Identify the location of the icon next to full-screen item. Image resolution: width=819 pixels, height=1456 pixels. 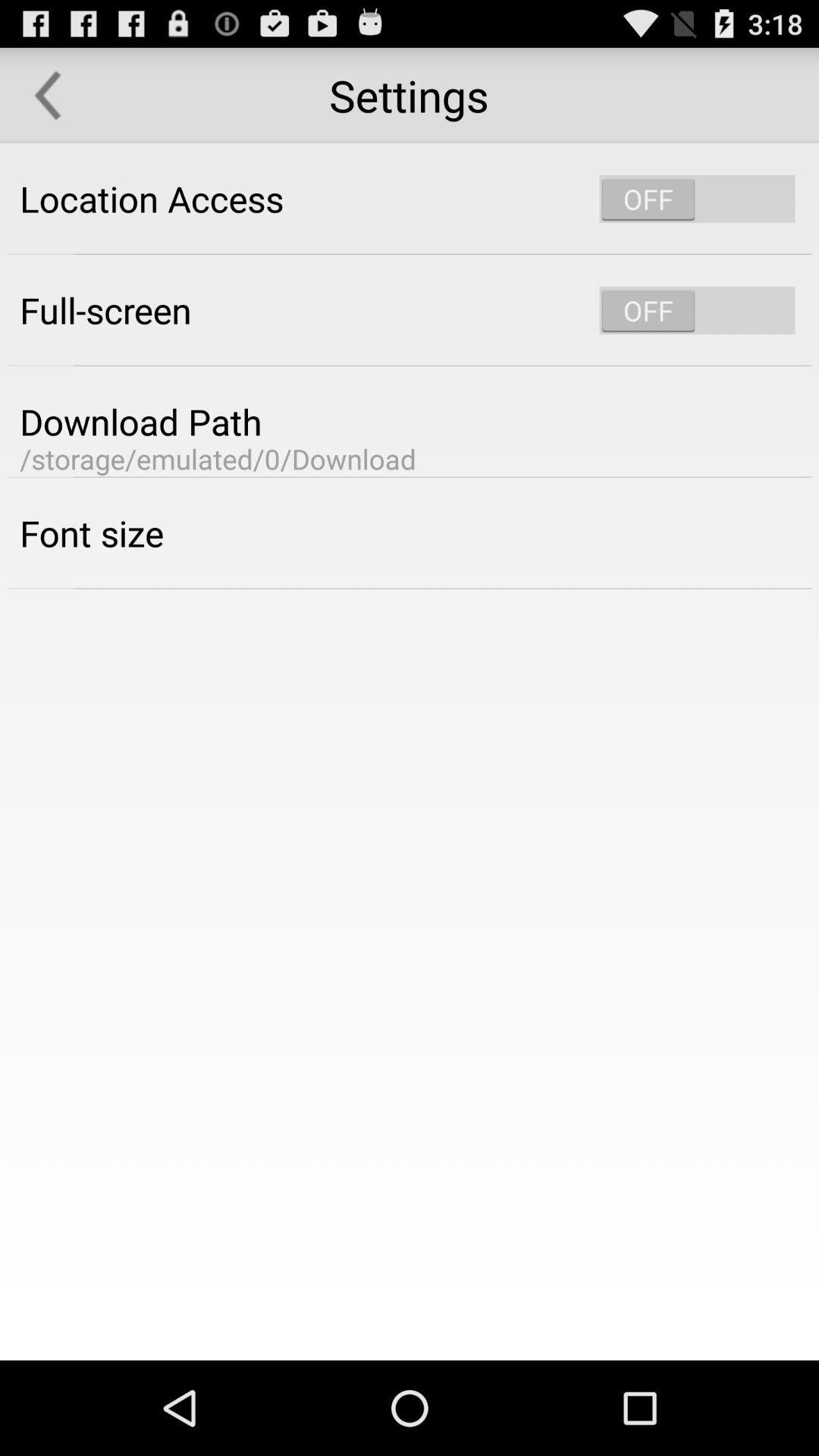
(697, 309).